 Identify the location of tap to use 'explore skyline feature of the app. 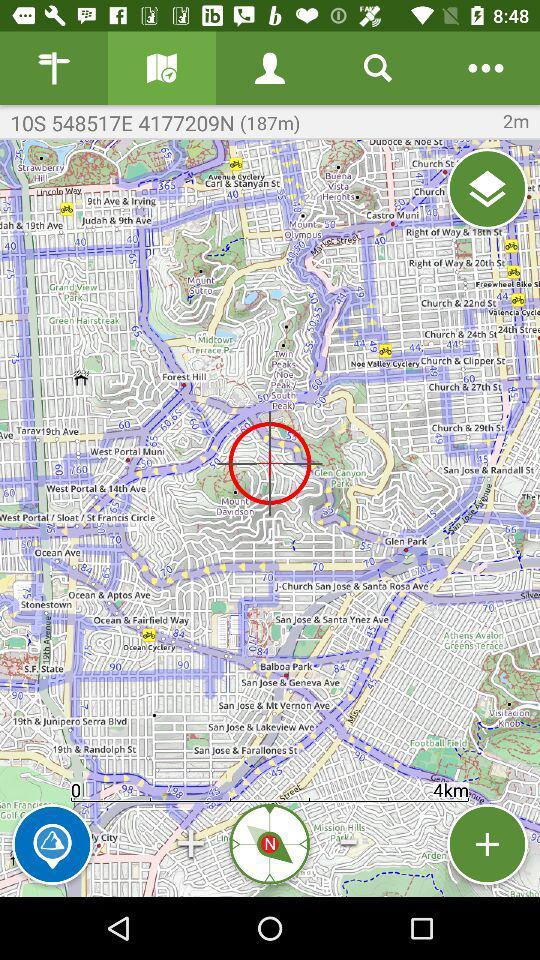
(52, 843).